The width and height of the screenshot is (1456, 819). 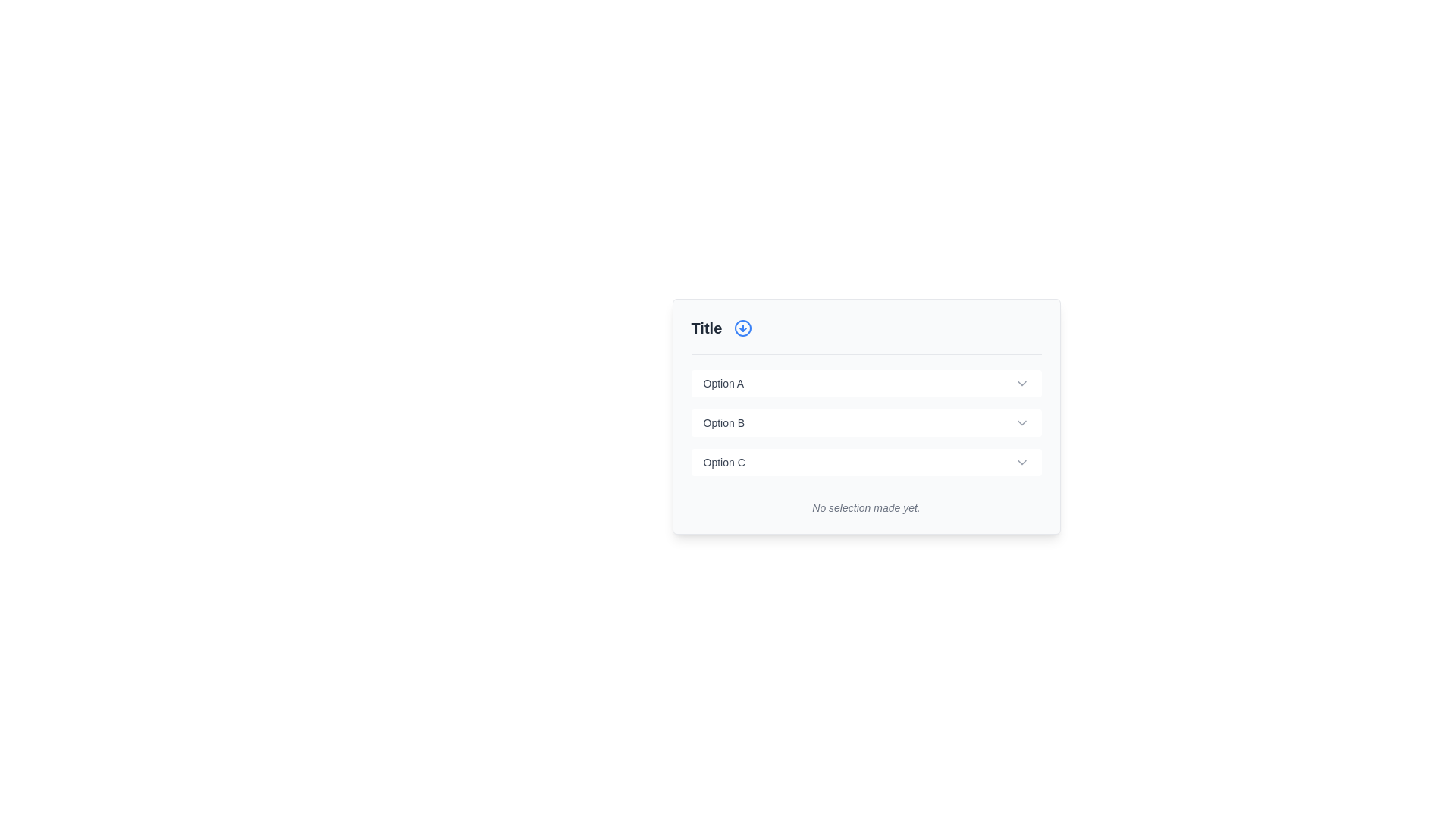 I want to click on the text label for 'Option B', which serves as a textual identifier for the corresponding list item in the vertically stacked list under the heading 'Title', so click(x=723, y=423).